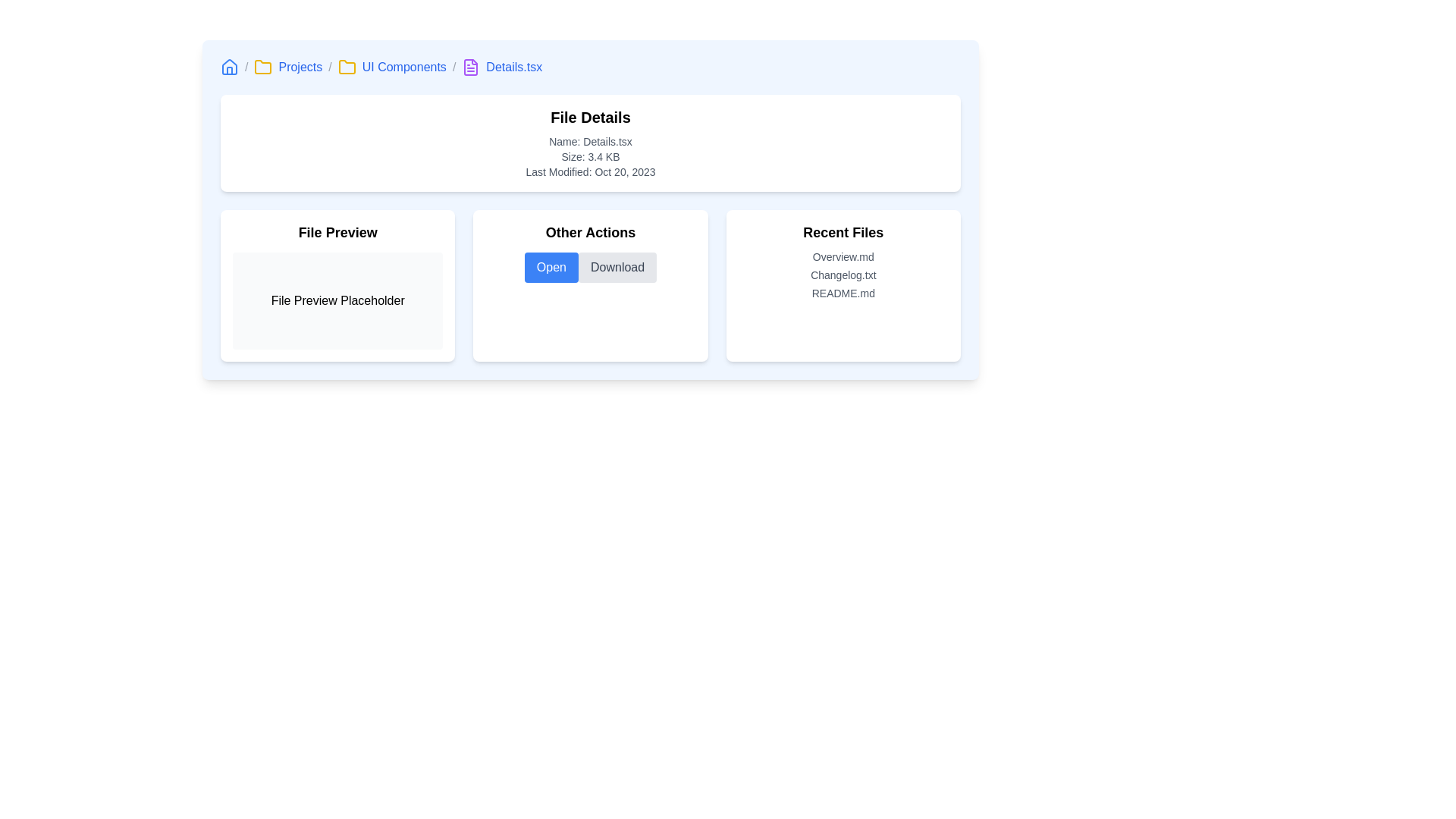 The width and height of the screenshot is (1456, 819). Describe the element at coordinates (346, 66) in the screenshot. I see `the inner area of the yellow folder icon in the breadcrumb navigation bar, which is part of the folder graphic's appearance` at that location.